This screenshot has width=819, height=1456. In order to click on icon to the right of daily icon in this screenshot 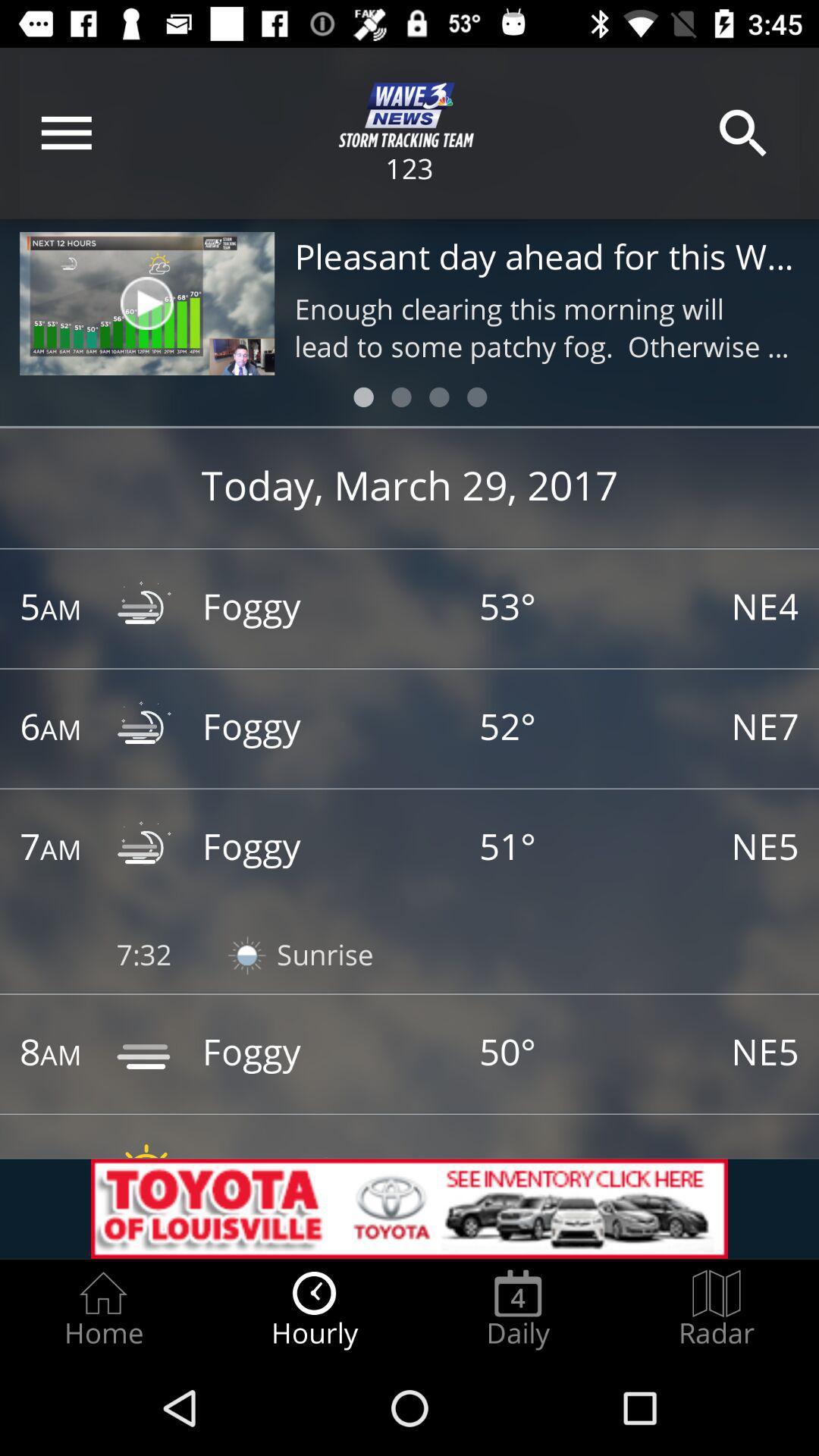, I will do `click(717, 1309)`.